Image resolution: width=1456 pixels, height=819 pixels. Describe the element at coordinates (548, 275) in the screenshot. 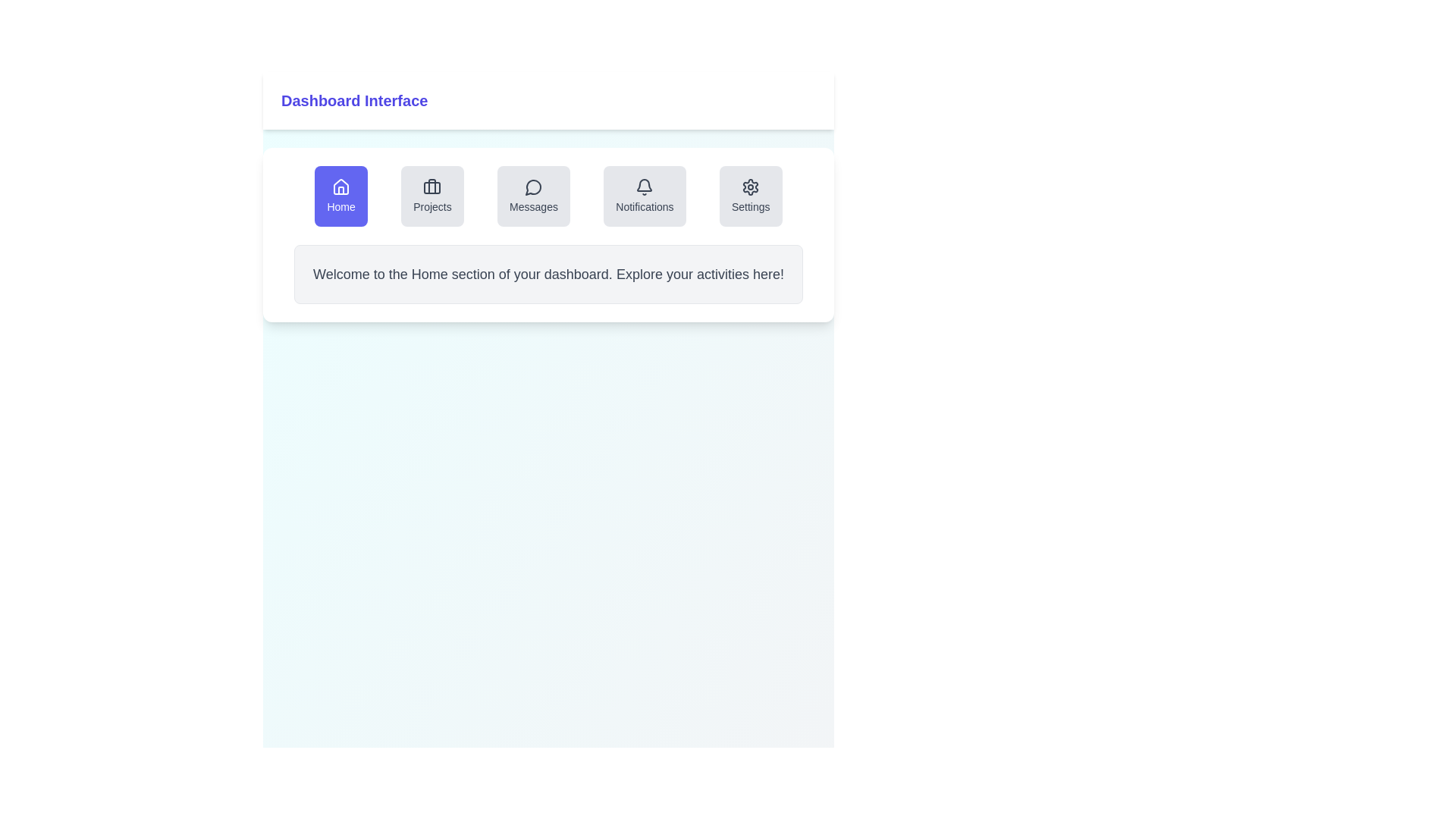

I see `the informational text block located centrally below the navigation row of the dashboard, which guides users about the Home section` at that location.